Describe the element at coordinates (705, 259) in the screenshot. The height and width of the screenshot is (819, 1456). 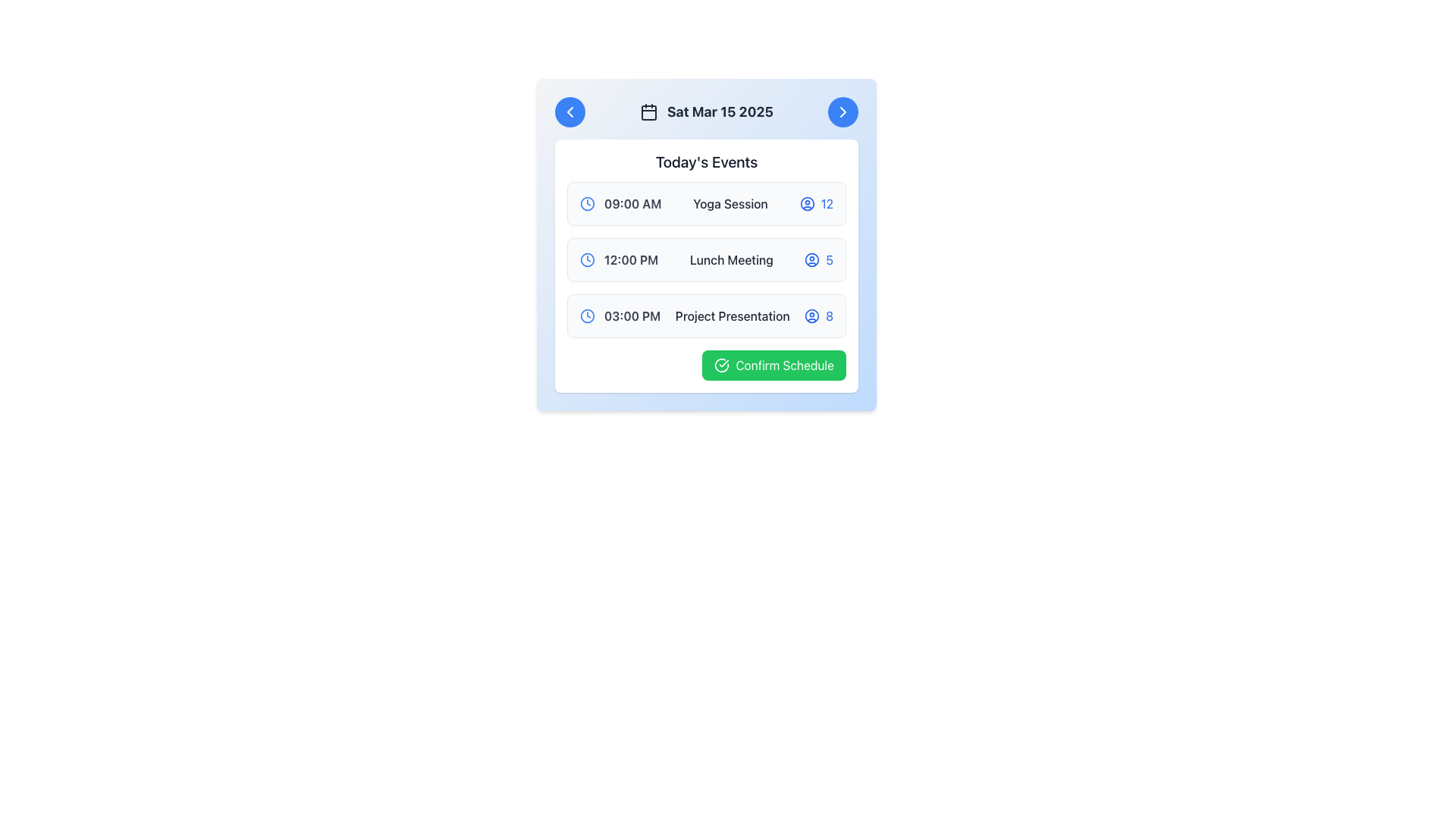
I see `the scheduled events list located at the center of the 'Today's Events' box` at that location.